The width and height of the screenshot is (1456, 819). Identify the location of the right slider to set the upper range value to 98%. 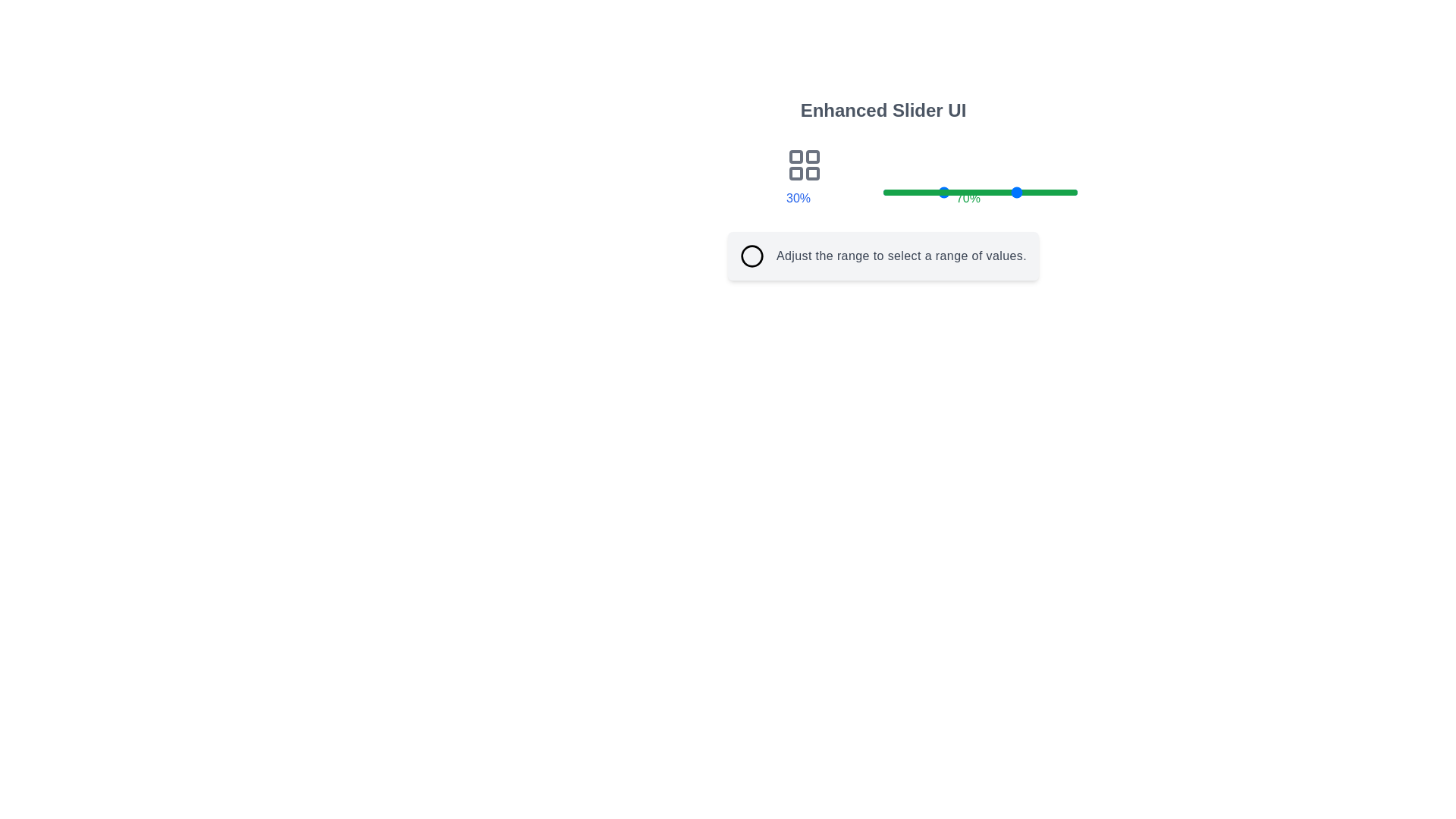
(1072, 192).